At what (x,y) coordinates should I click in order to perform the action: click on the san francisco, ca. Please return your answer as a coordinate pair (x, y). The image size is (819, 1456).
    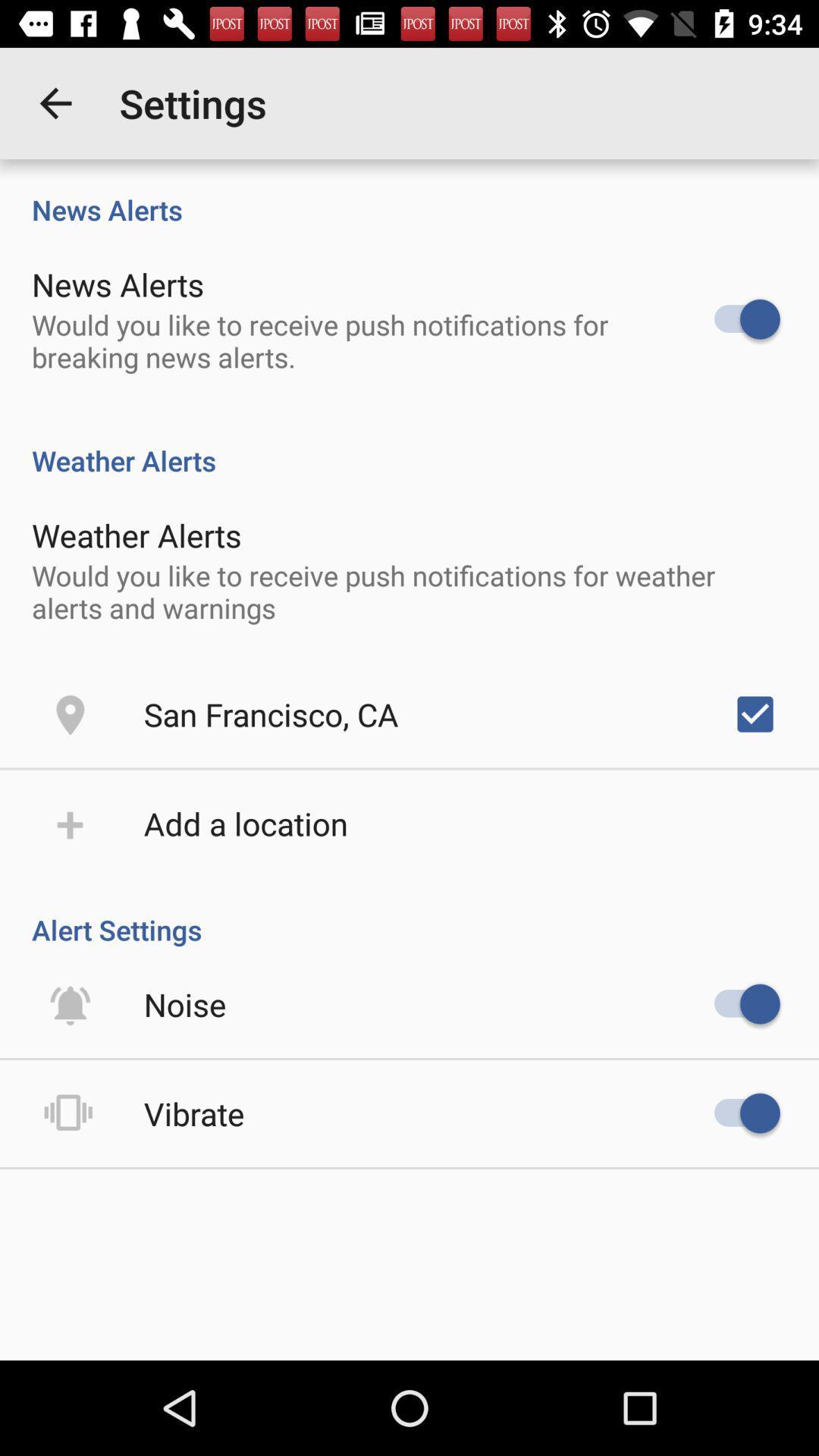
    Looking at the image, I should click on (270, 713).